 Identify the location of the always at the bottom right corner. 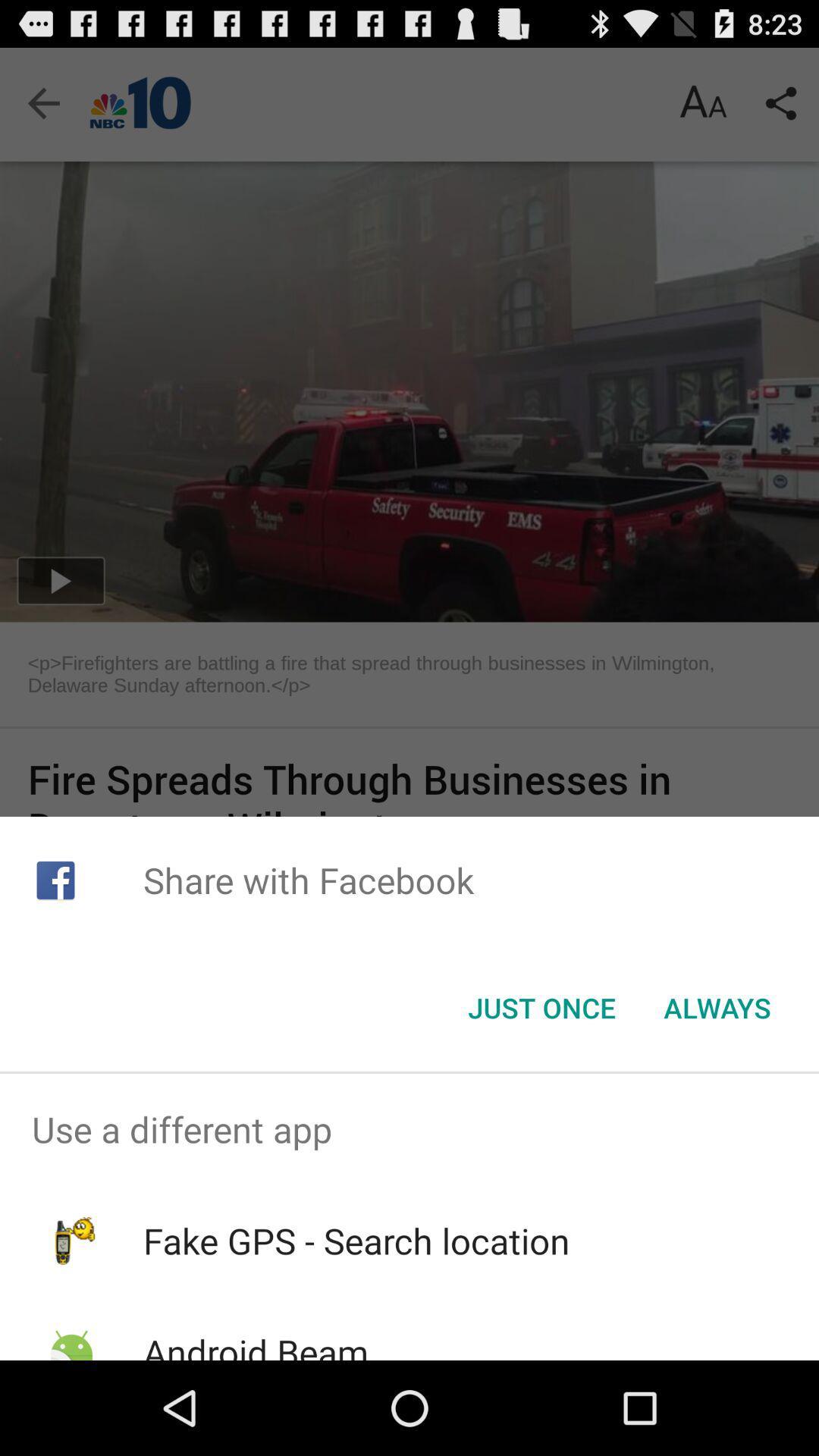
(717, 1008).